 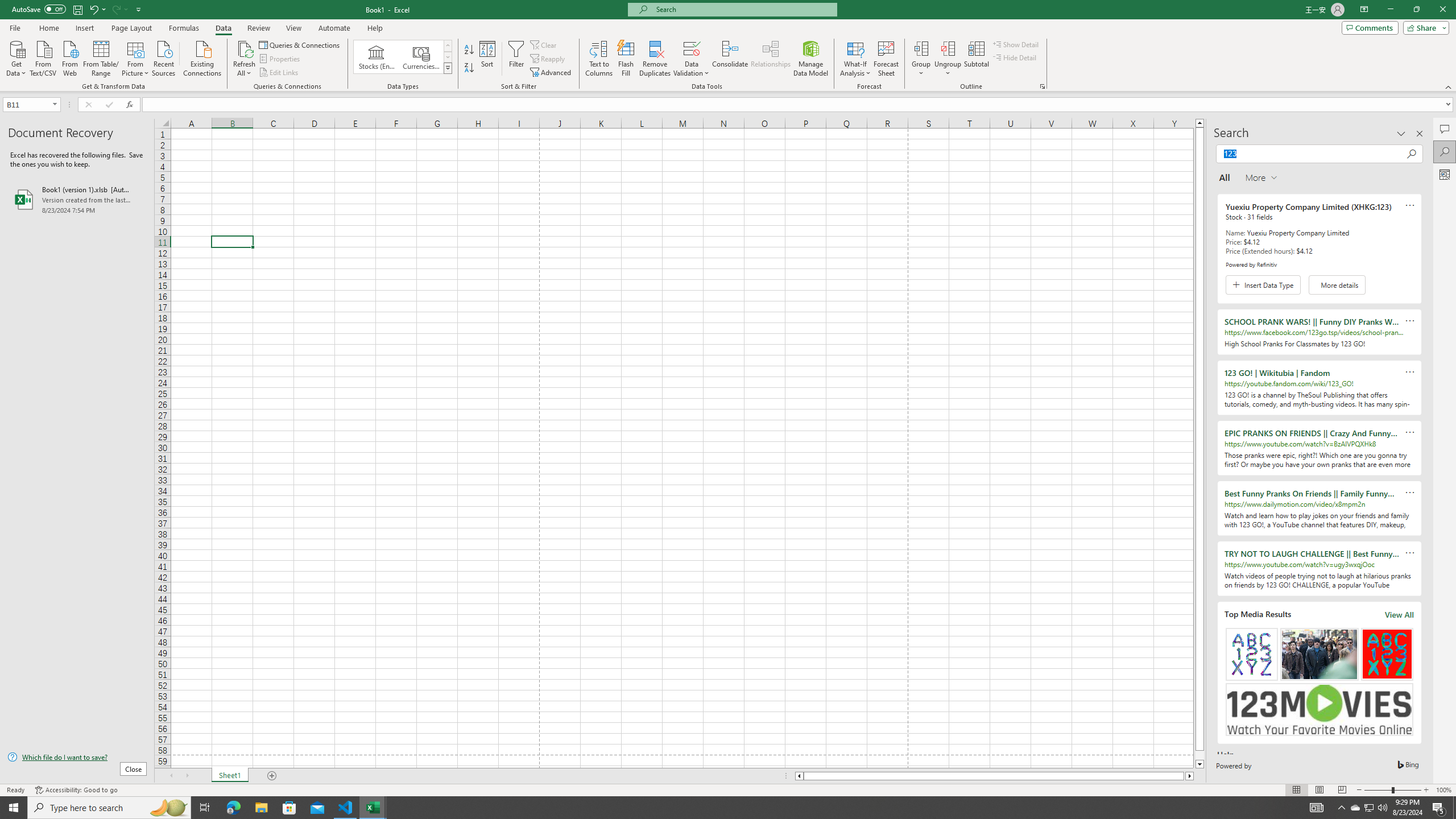 What do you see at coordinates (448, 67) in the screenshot?
I see `'Data Types'` at bounding box center [448, 67].